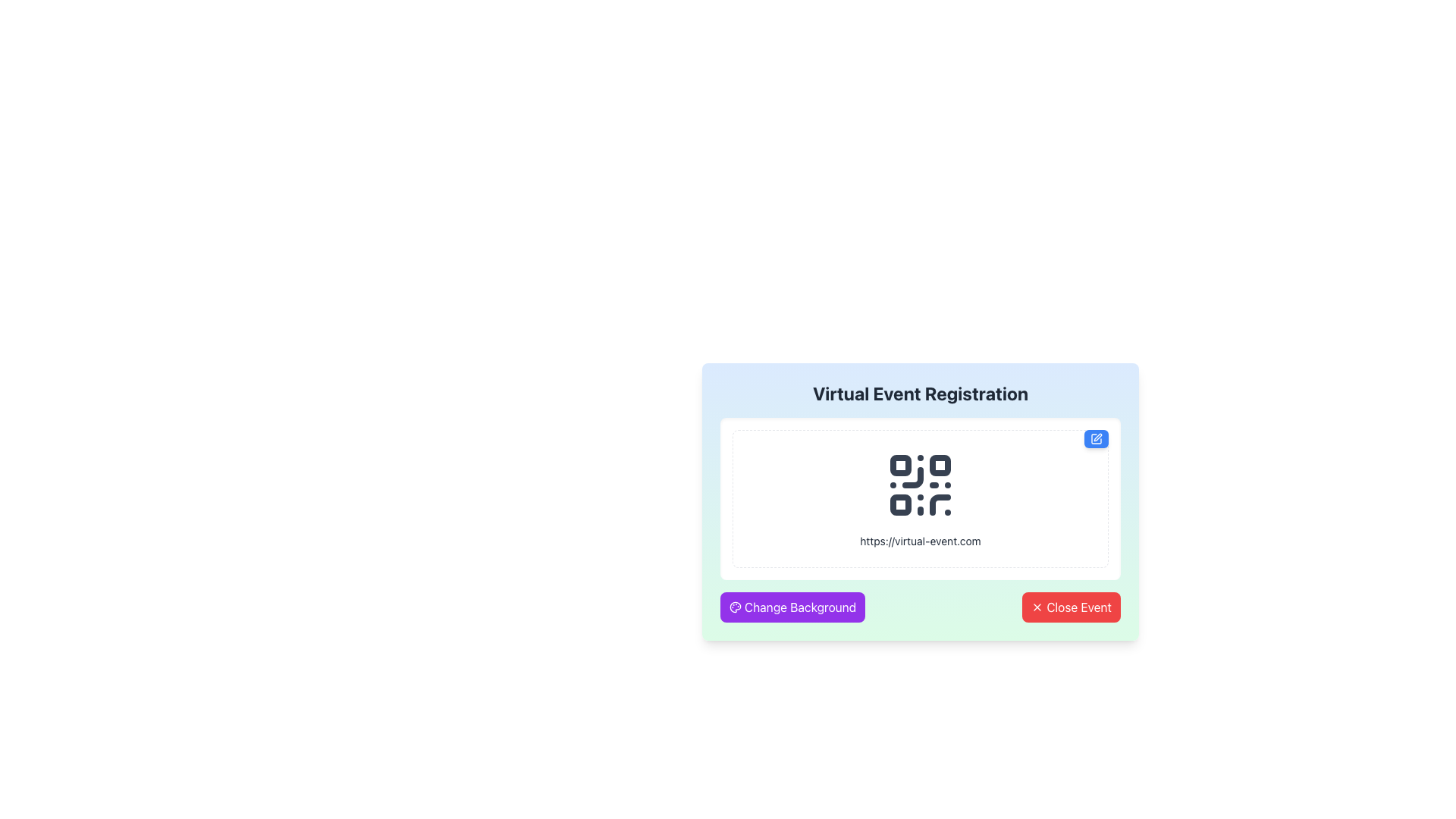  I want to click on the 'Edit' icon located at the top-right corner of the 'Virtual Event Registration' window to initiate editing, so click(1096, 438).